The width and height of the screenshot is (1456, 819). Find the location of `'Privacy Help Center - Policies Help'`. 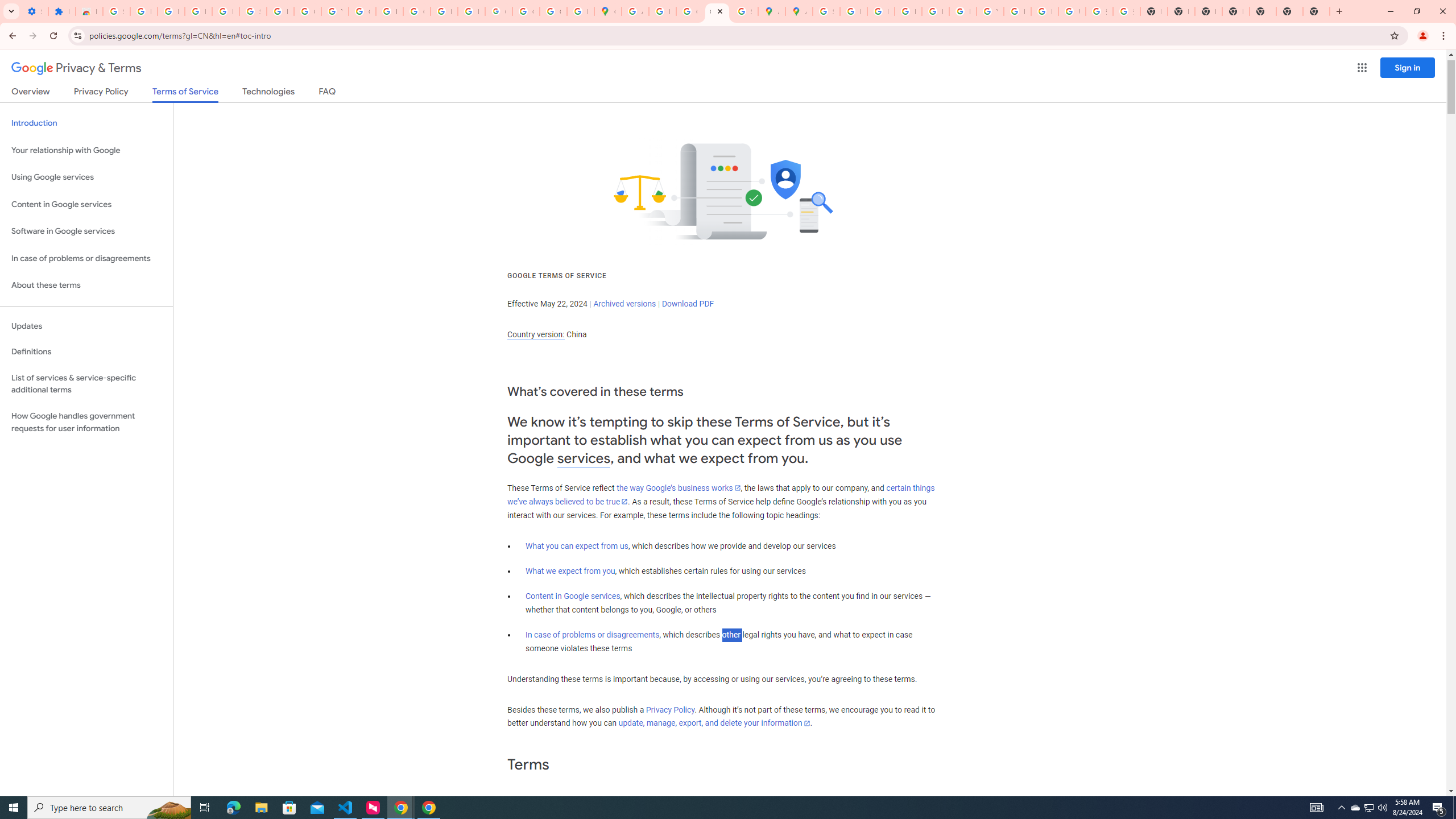

'Privacy Help Center - Policies Help' is located at coordinates (908, 11).